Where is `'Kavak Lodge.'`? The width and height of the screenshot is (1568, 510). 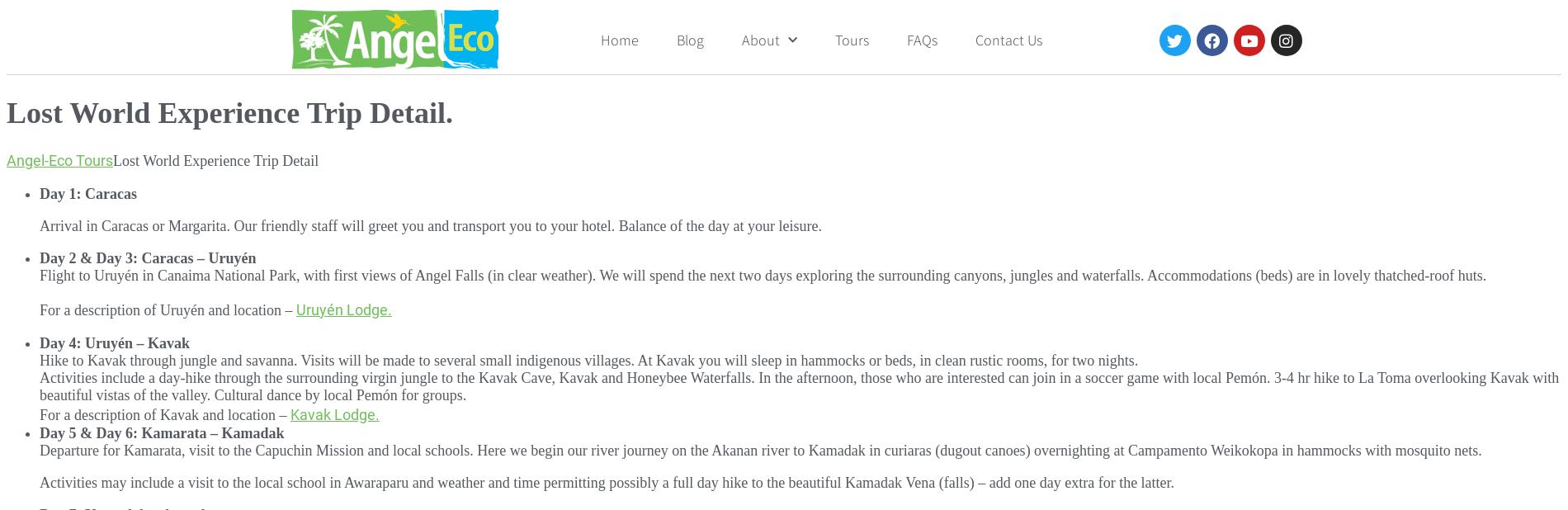 'Kavak Lodge.' is located at coordinates (333, 413).